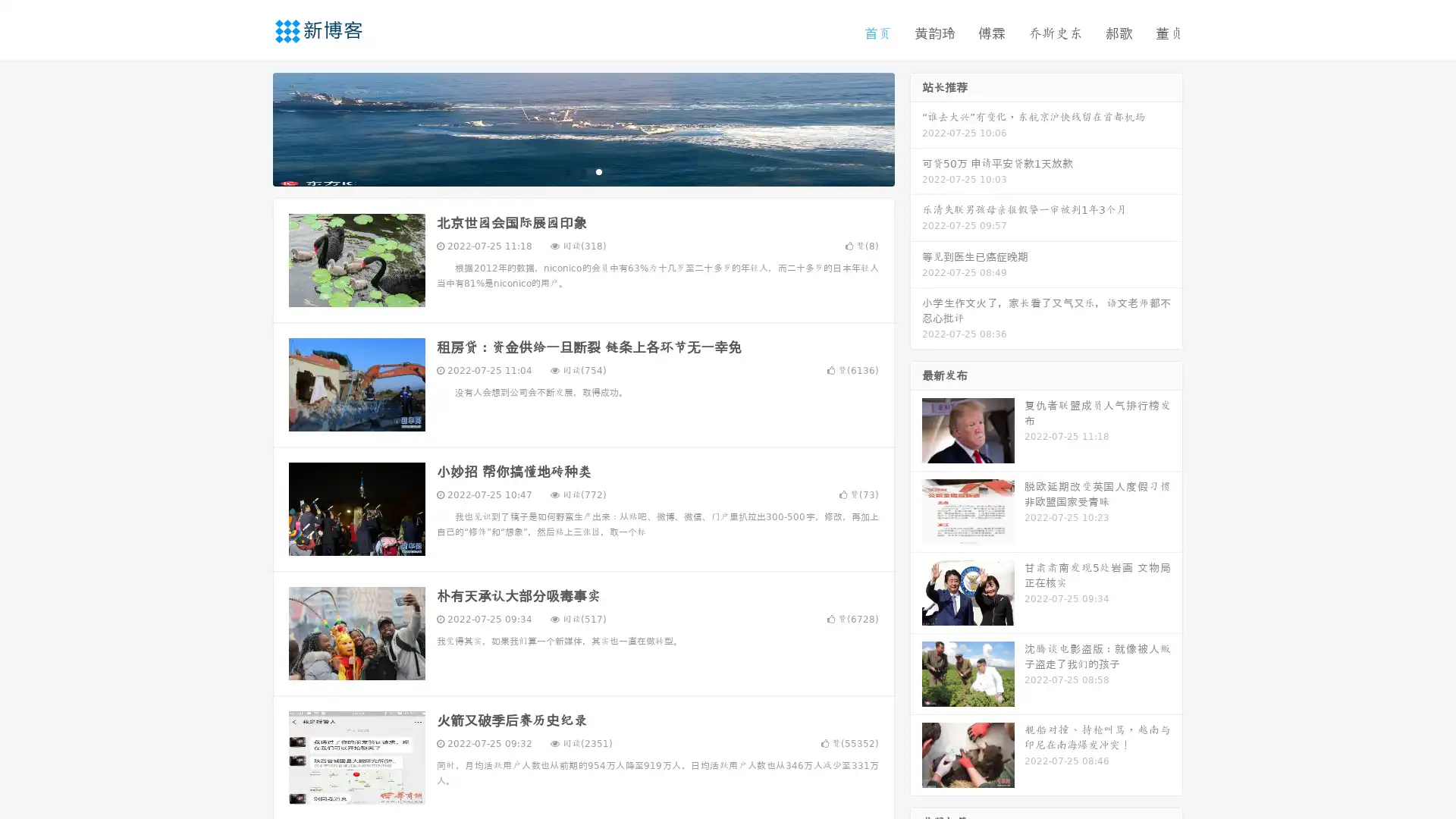 This screenshot has height=819, width=1456. I want to click on Go to slide 3, so click(598, 171).